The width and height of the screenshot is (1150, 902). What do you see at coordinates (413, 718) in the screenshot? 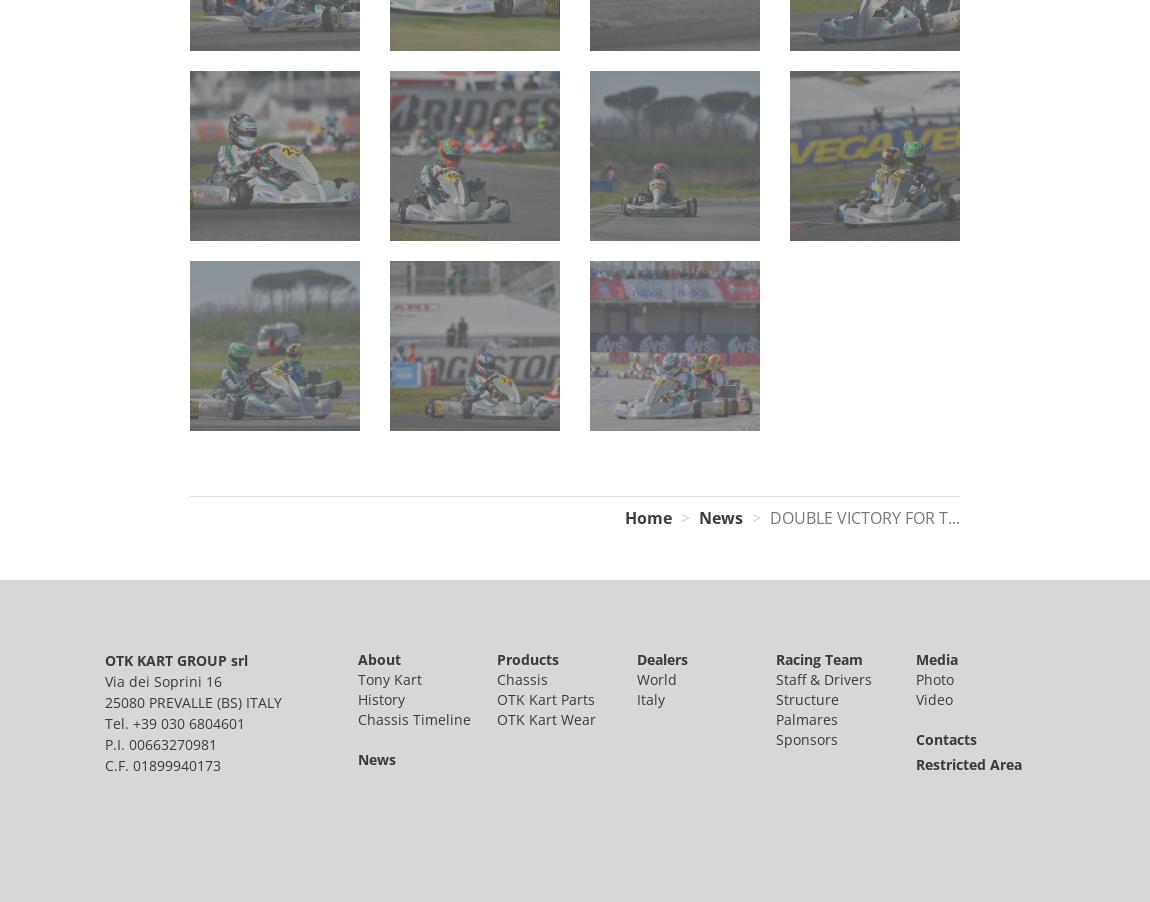
I see `'Chassis Timeline'` at bounding box center [413, 718].